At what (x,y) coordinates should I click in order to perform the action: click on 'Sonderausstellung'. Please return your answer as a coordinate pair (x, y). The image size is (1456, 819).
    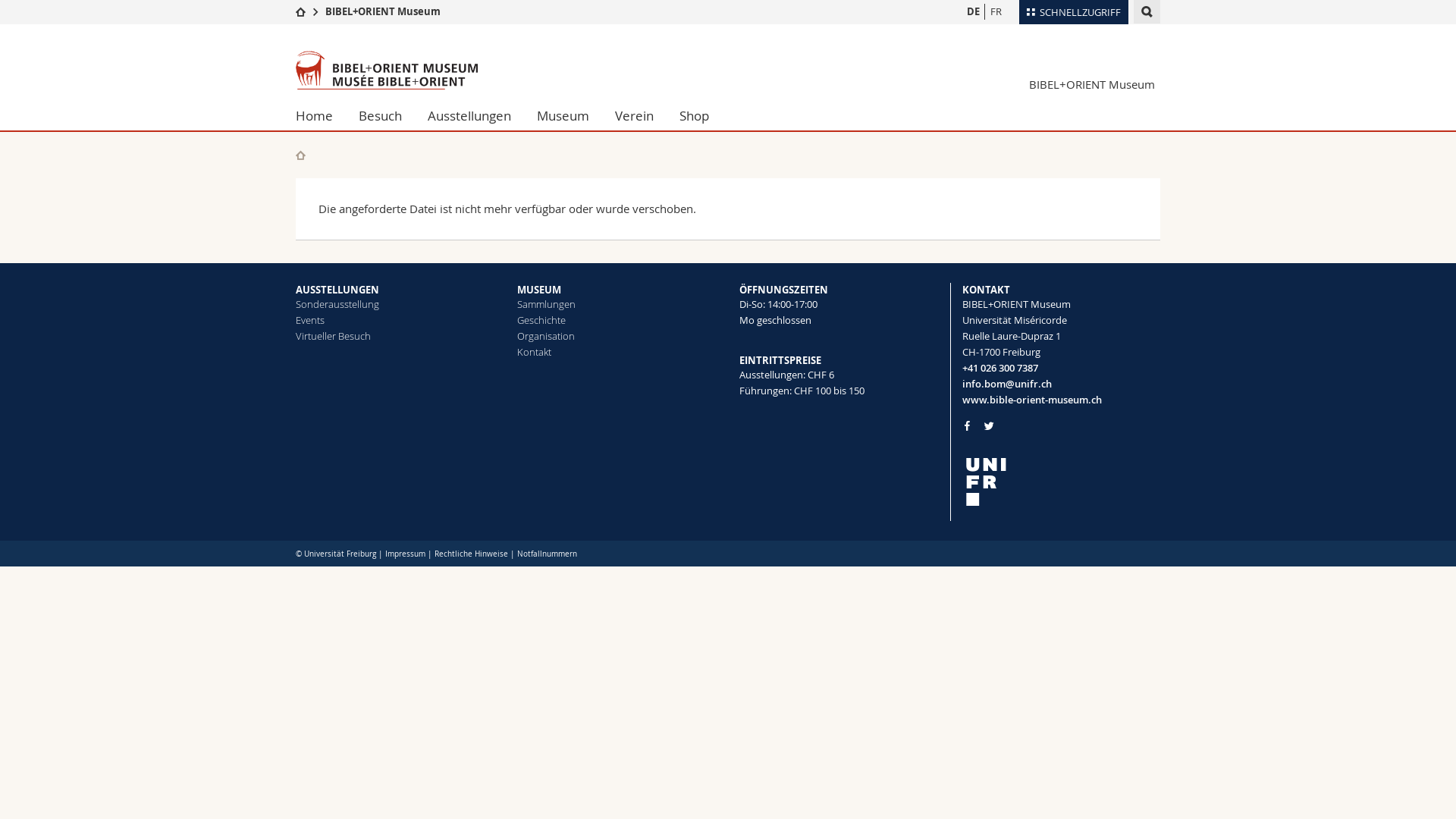
    Looking at the image, I should click on (295, 304).